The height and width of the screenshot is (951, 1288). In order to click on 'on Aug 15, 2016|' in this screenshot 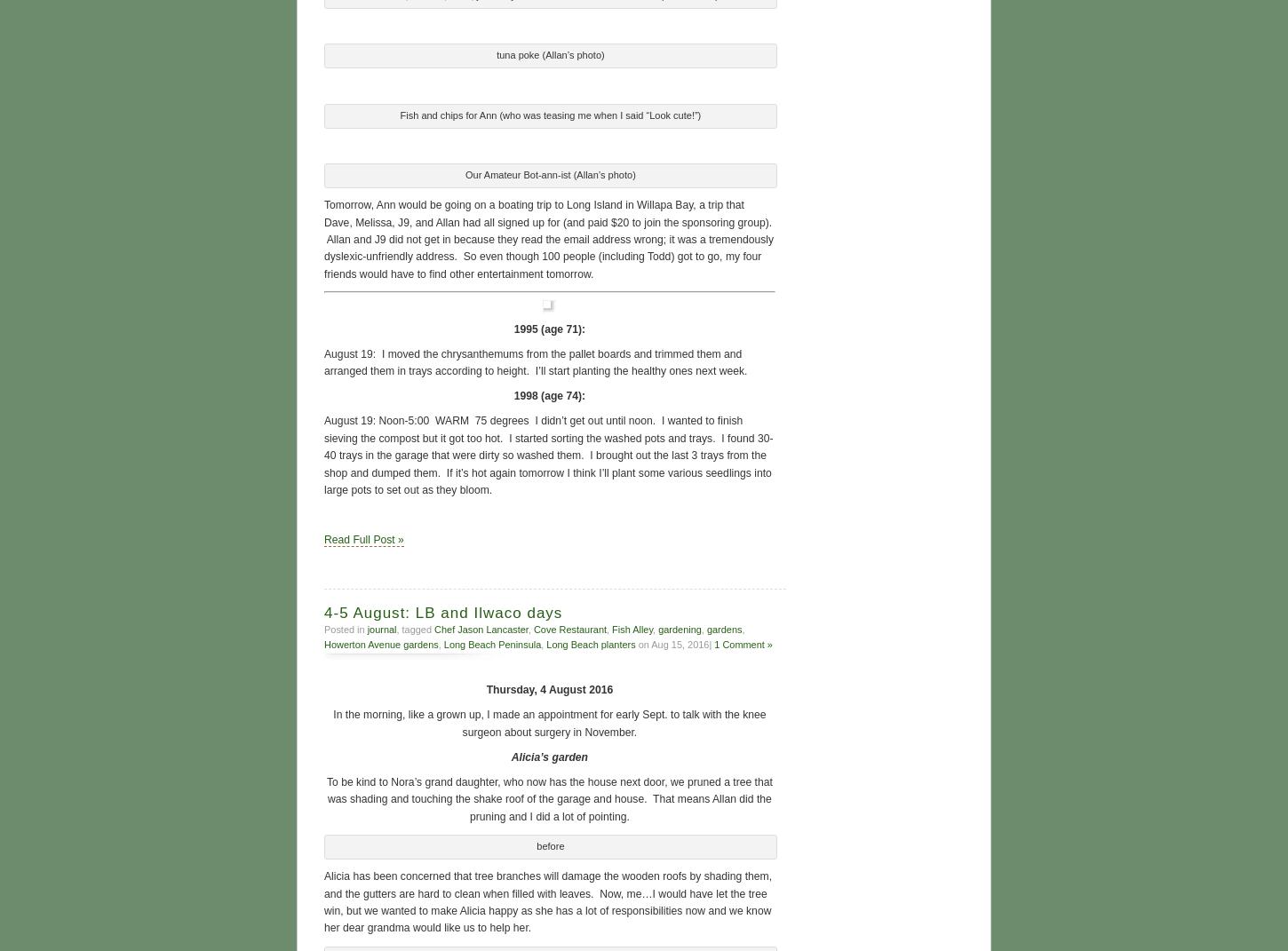, I will do `click(633, 642)`.